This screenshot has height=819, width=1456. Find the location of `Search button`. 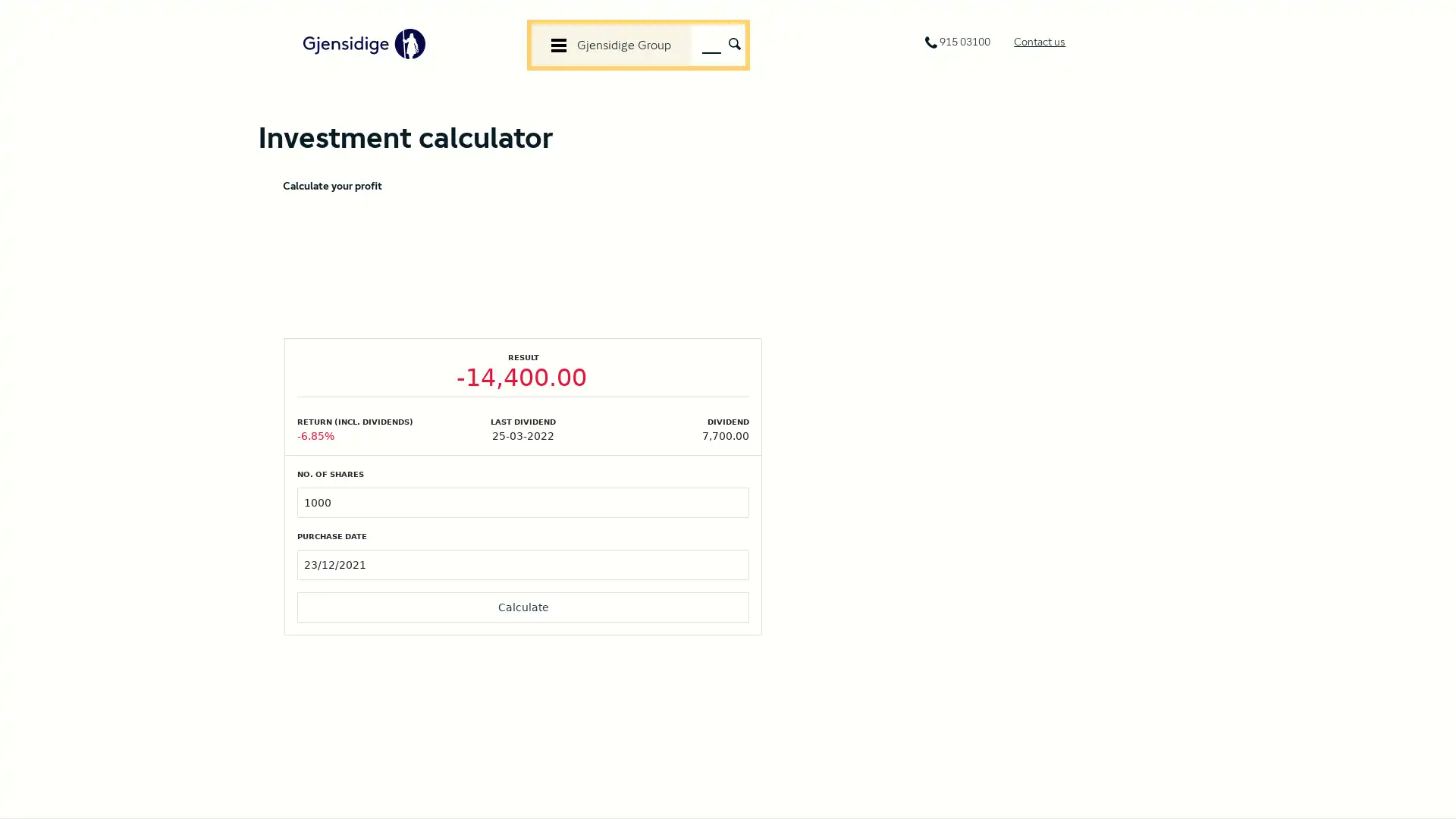

Search button is located at coordinates (734, 42).